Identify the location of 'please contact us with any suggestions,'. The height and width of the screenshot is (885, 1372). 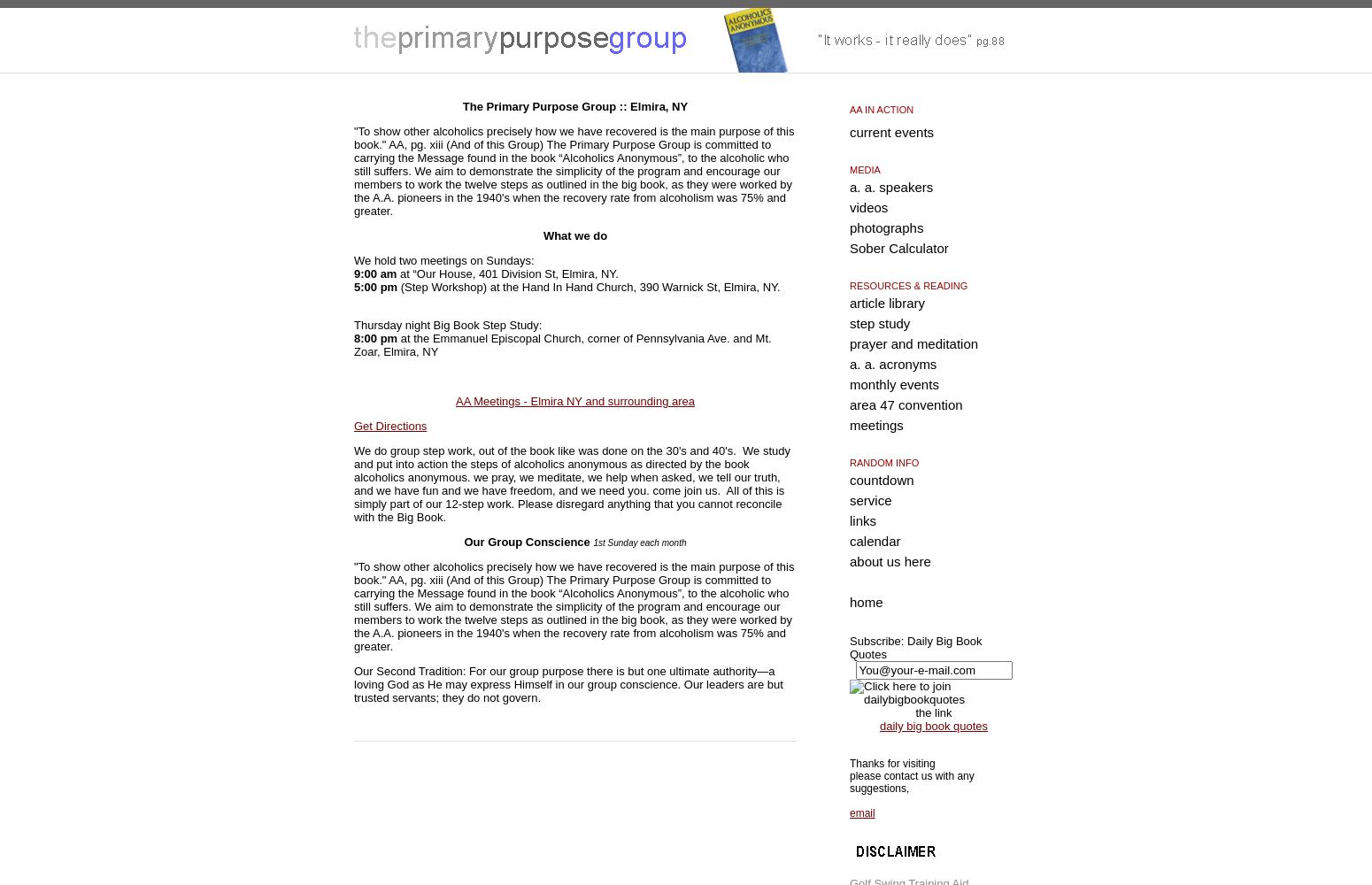
(911, 782).